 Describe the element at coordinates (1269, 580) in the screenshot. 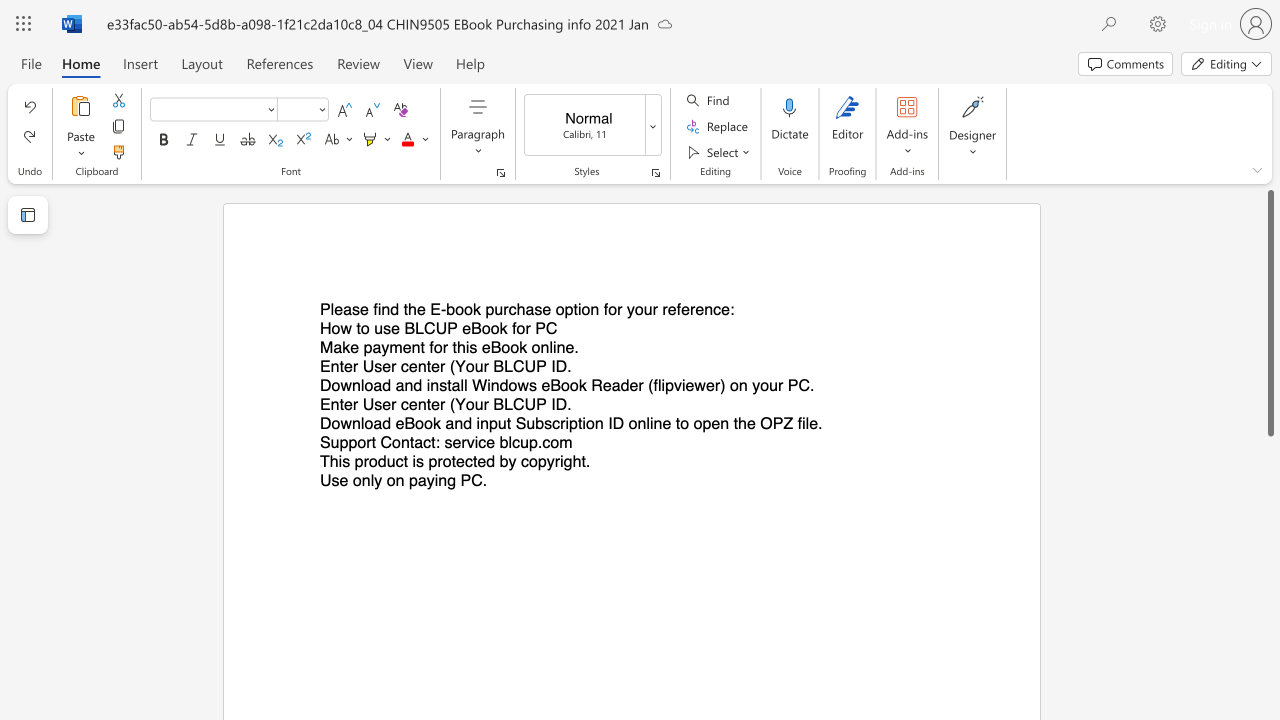

I see `the scrollbar to move the page downward` at that location.